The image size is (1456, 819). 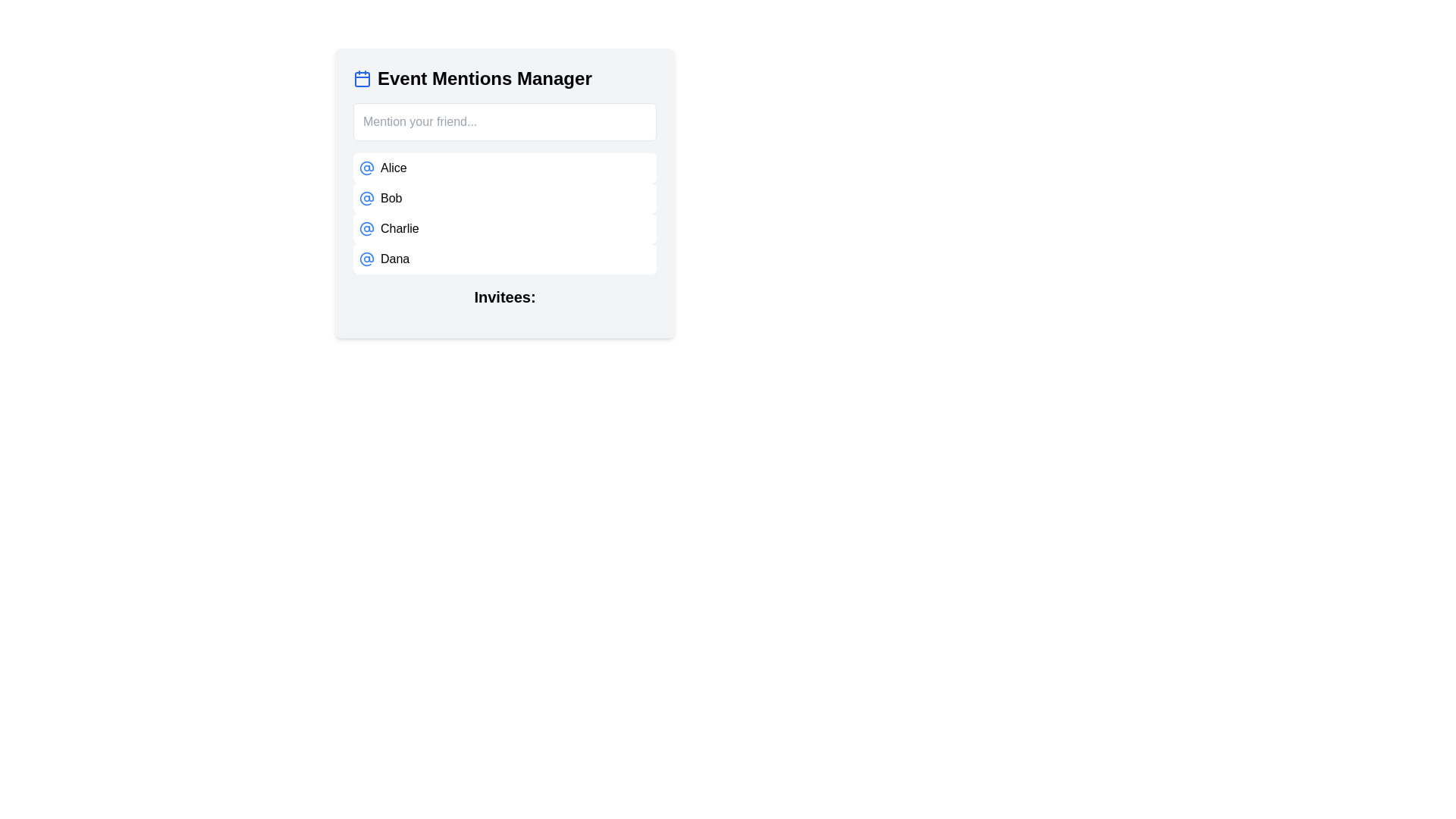 What do you see at coordinates (362, 79) in the screenshot?
I see `the small blue rectangle with rounded corners located within the calendar-shaped icon at the top-left corner of the 'Event Mentions Manager' panel` at bounding box center [362, 79].